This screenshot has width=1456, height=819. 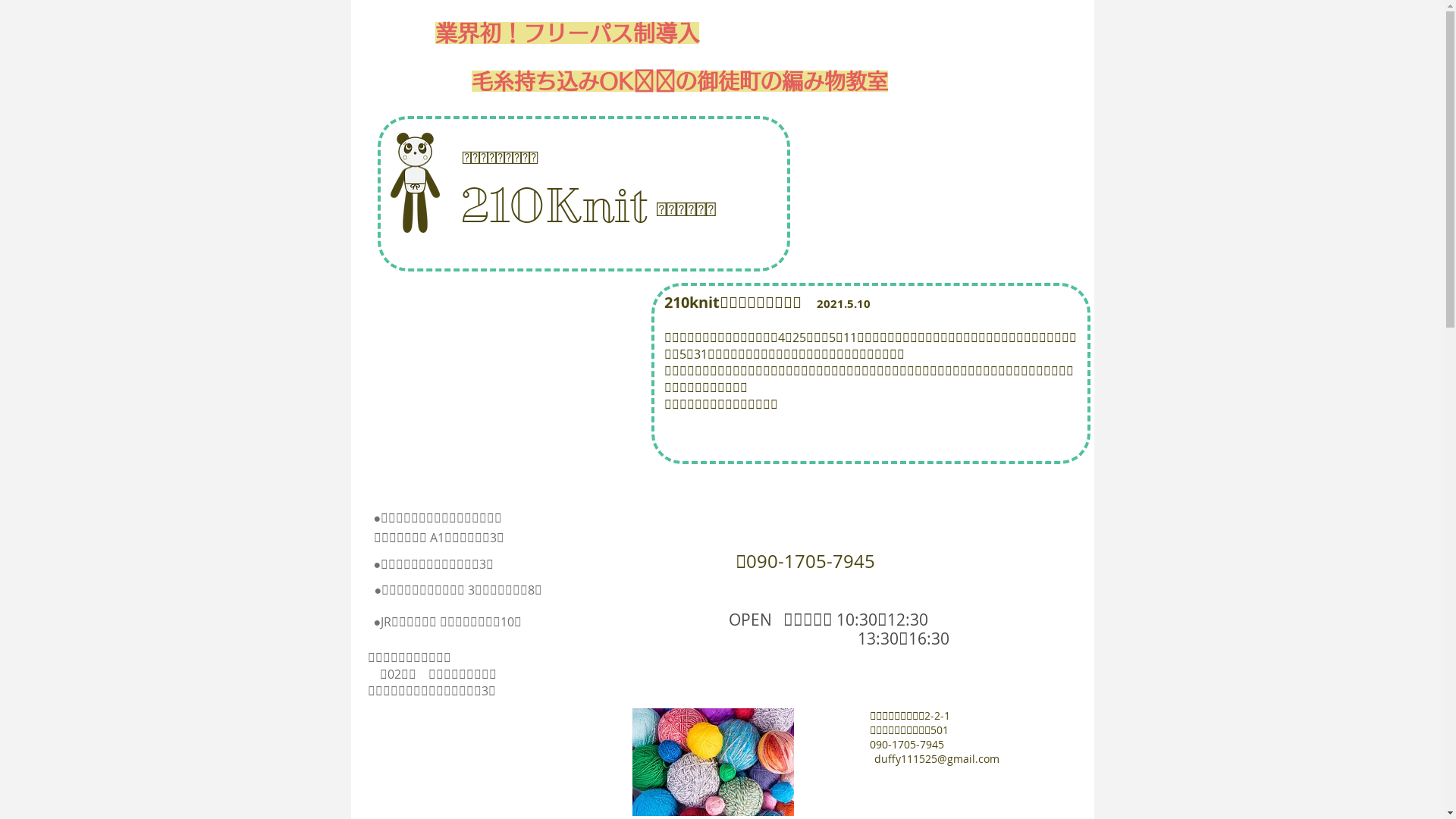 I want to click on 'duffy111525@gmail.com', so click(x=935, y=758).